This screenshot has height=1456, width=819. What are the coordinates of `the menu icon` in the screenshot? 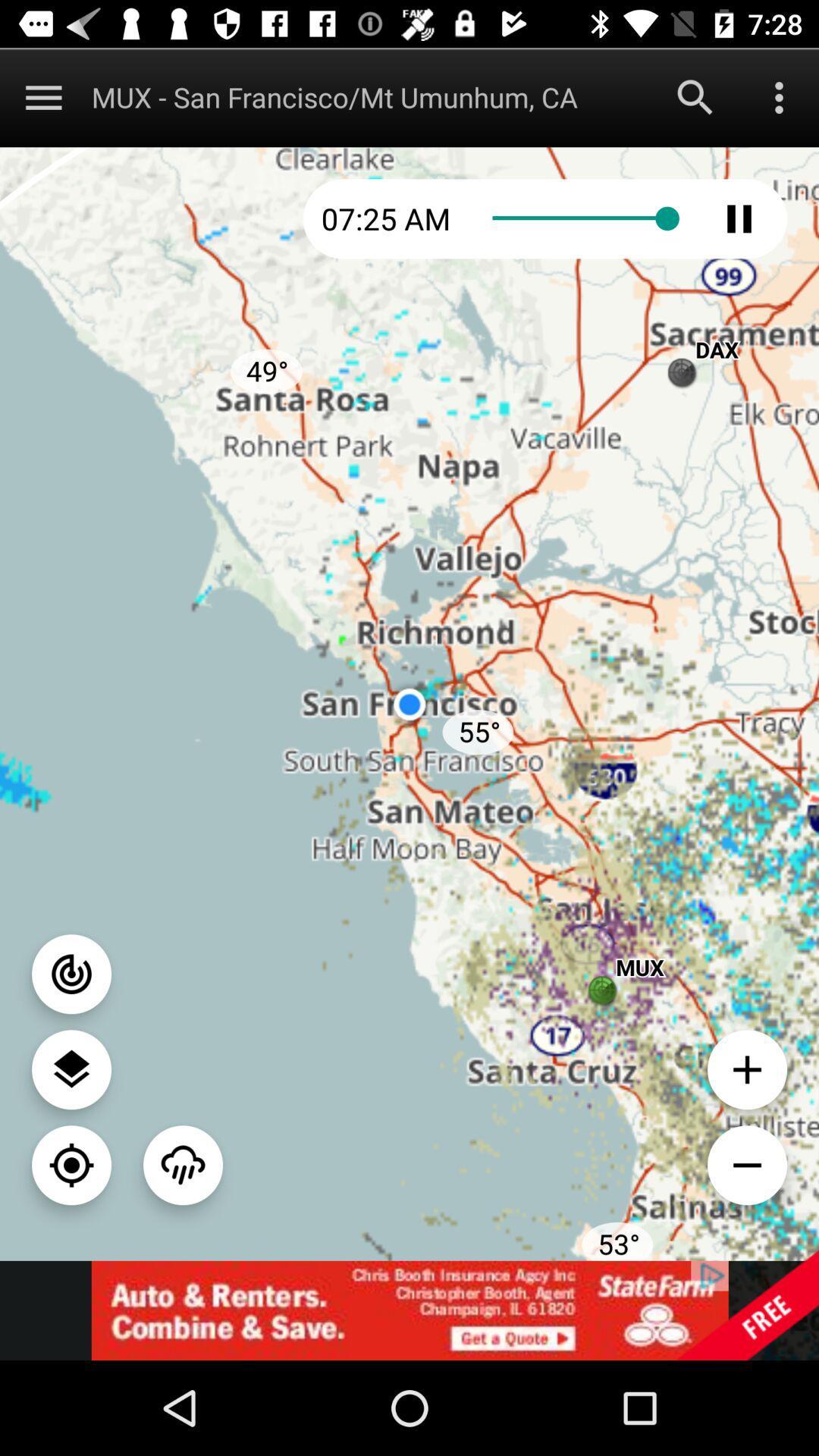 It's located at (42, 96).